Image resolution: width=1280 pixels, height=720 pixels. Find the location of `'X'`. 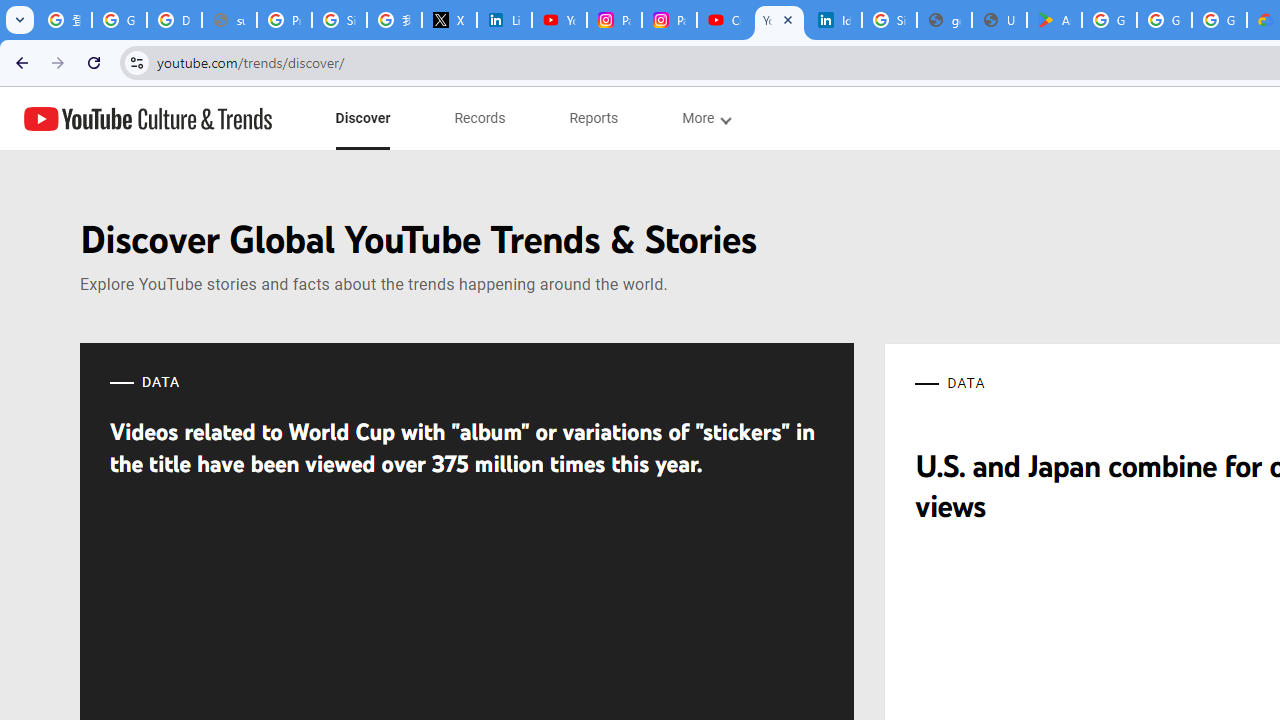

'X' is located at coordinates (448, 20).